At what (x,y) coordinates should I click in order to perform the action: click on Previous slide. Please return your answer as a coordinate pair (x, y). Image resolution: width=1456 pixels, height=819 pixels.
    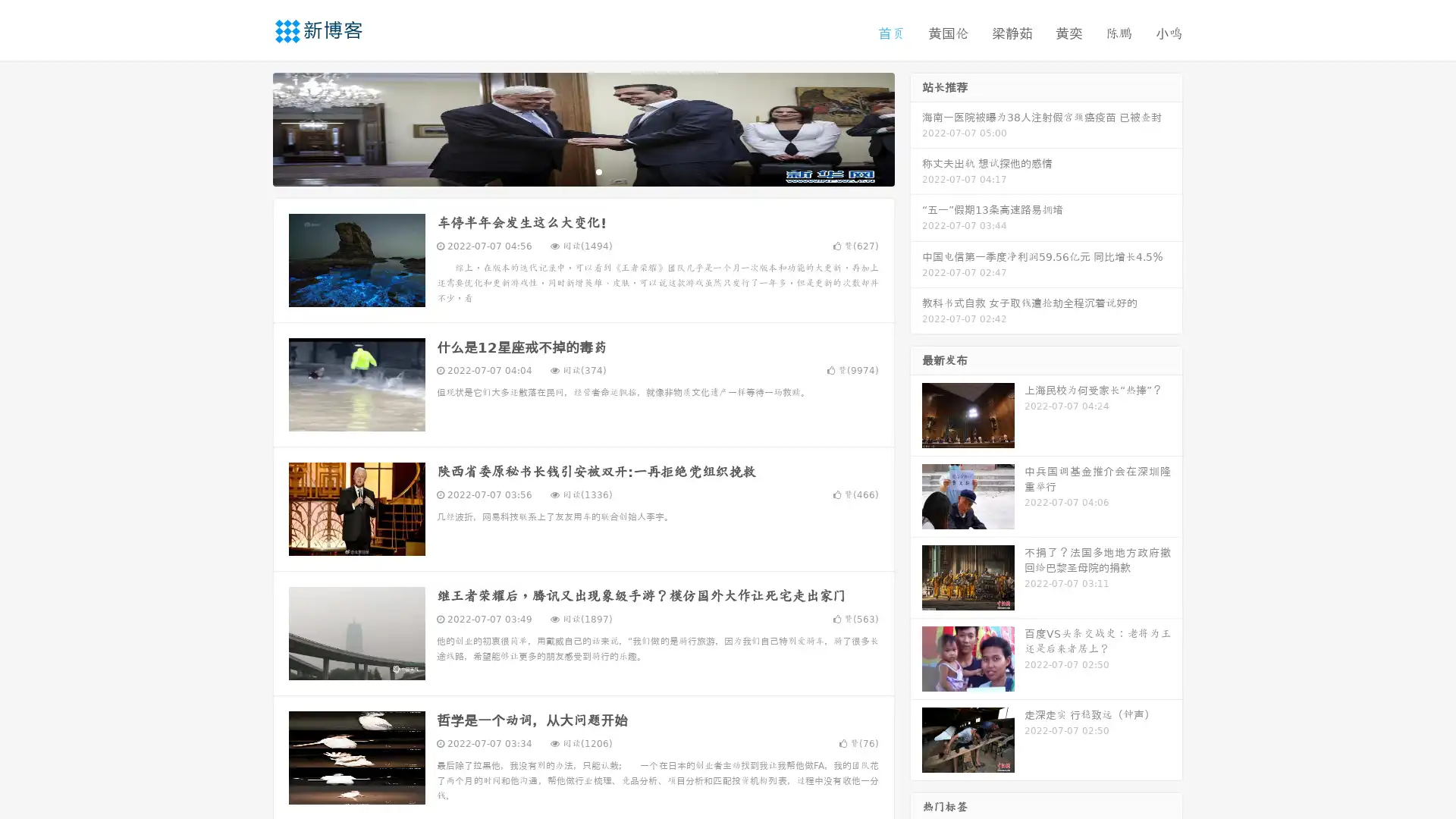
    Looking at the image, I should click on (250, 127).